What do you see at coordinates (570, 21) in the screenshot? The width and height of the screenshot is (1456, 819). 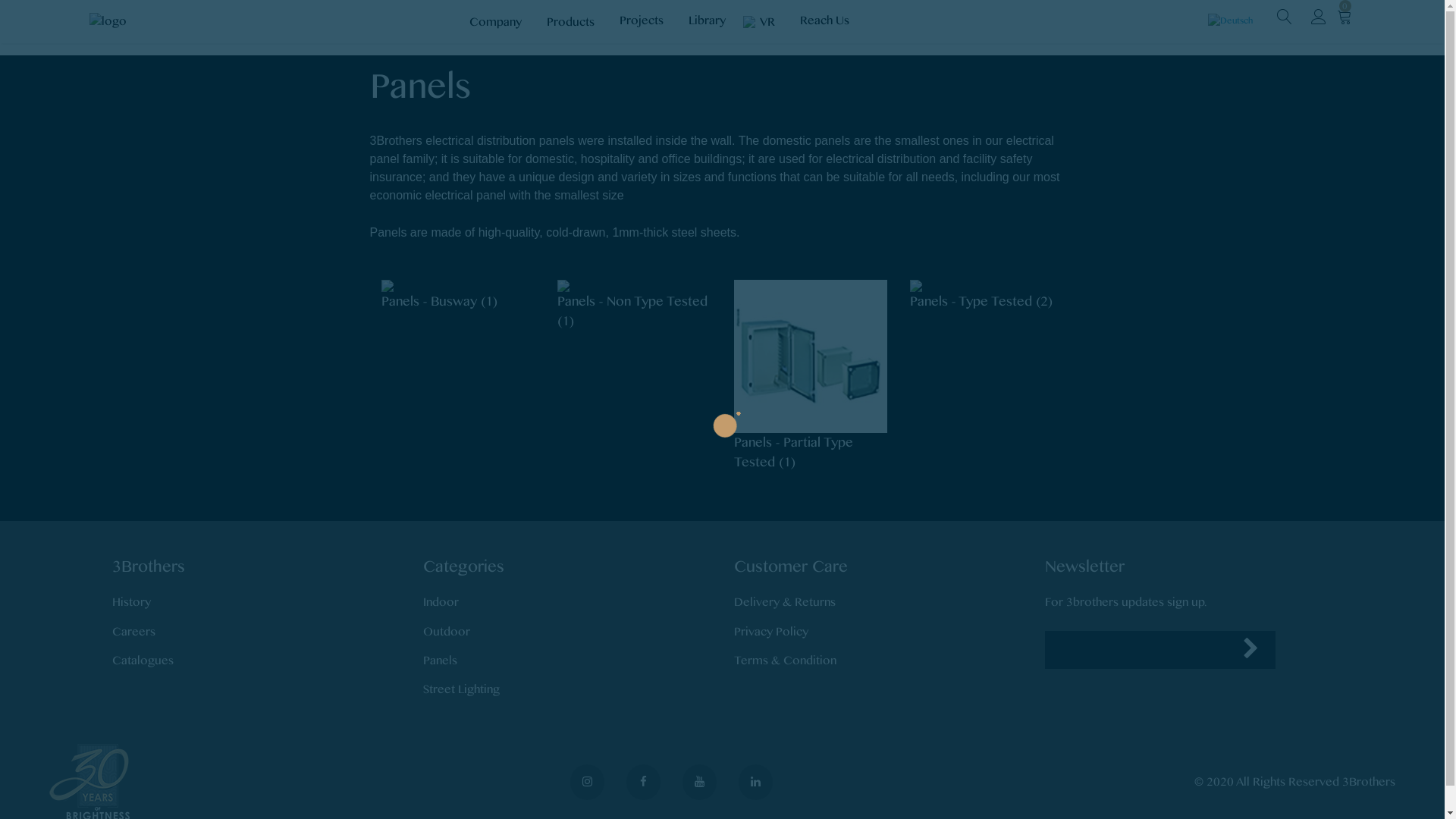 I see `'Products'` at bounding box center [570, 21].